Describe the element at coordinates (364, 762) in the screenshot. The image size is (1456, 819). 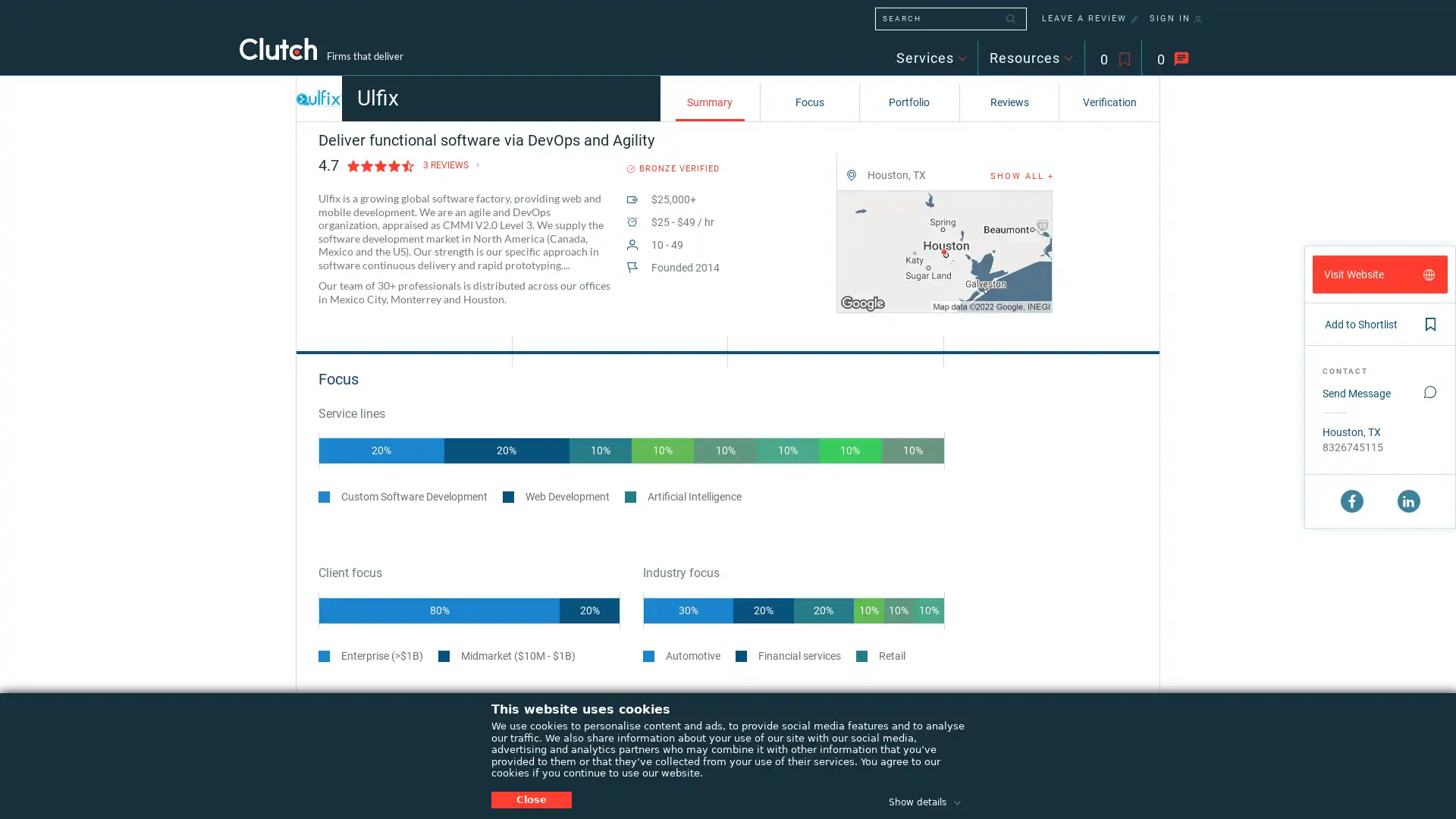
I see `30%` at that location.